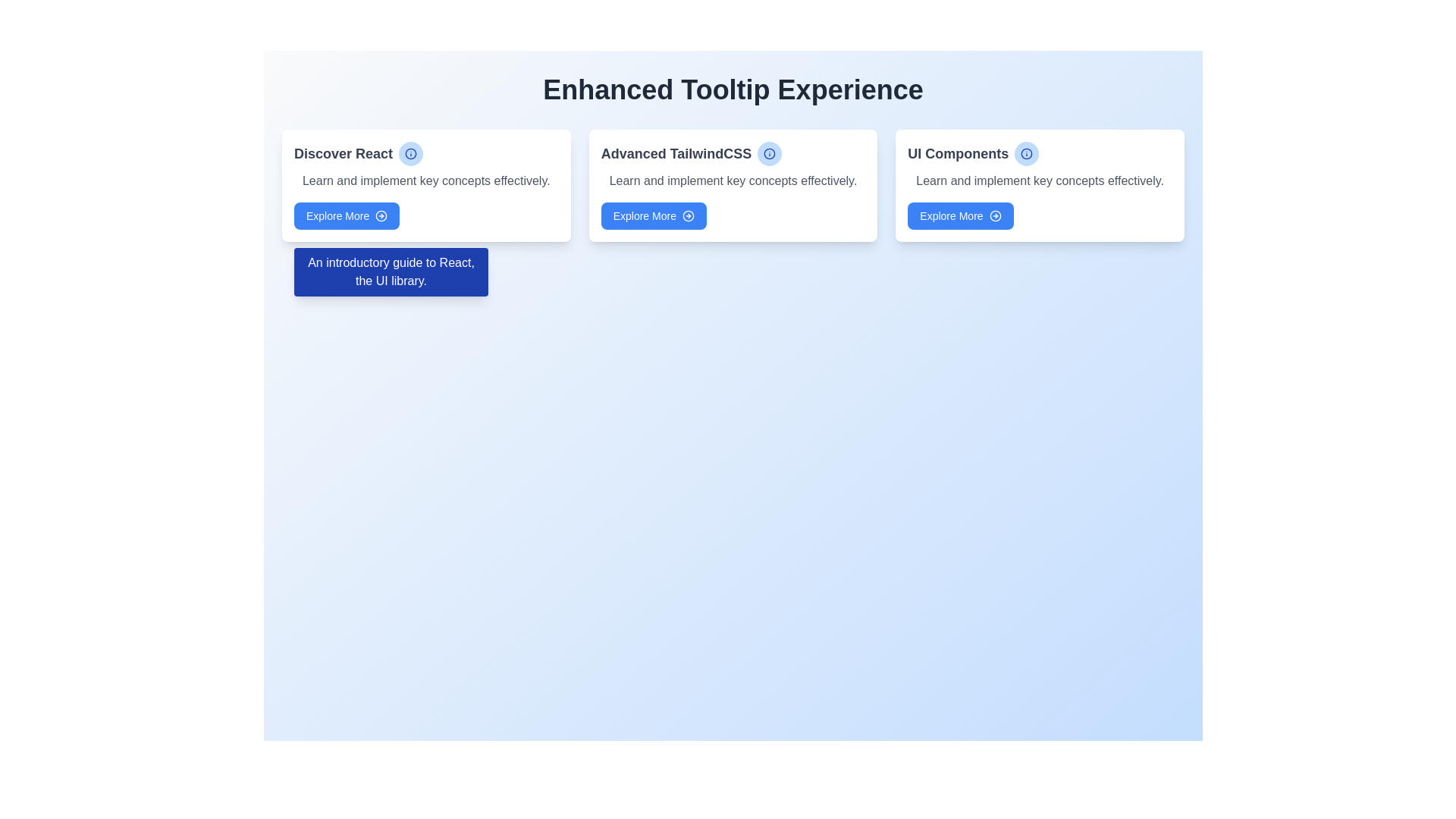  I want to click on the rectangular blue button labeled 'Explore More' with a rightward arrow icon, so click(960, 216).